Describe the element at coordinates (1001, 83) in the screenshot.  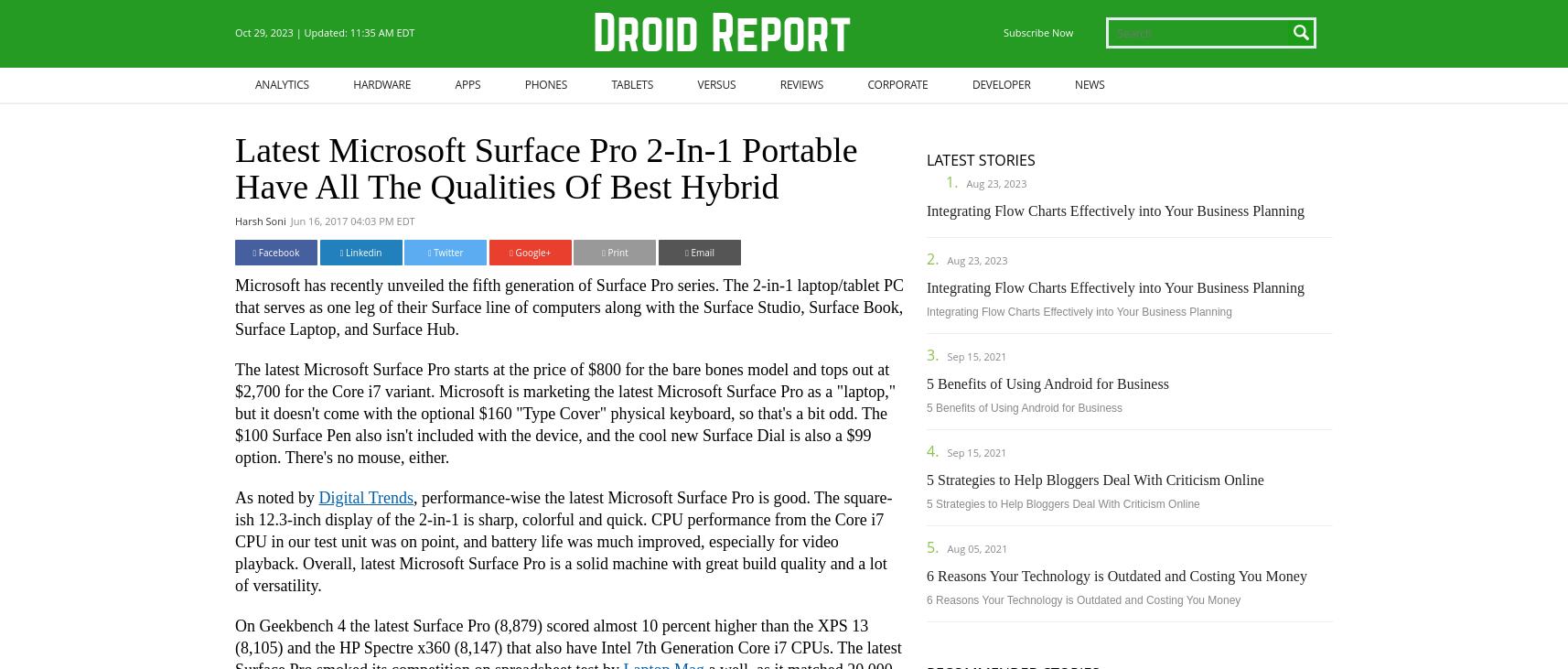
I see `'Developer'` at that location.